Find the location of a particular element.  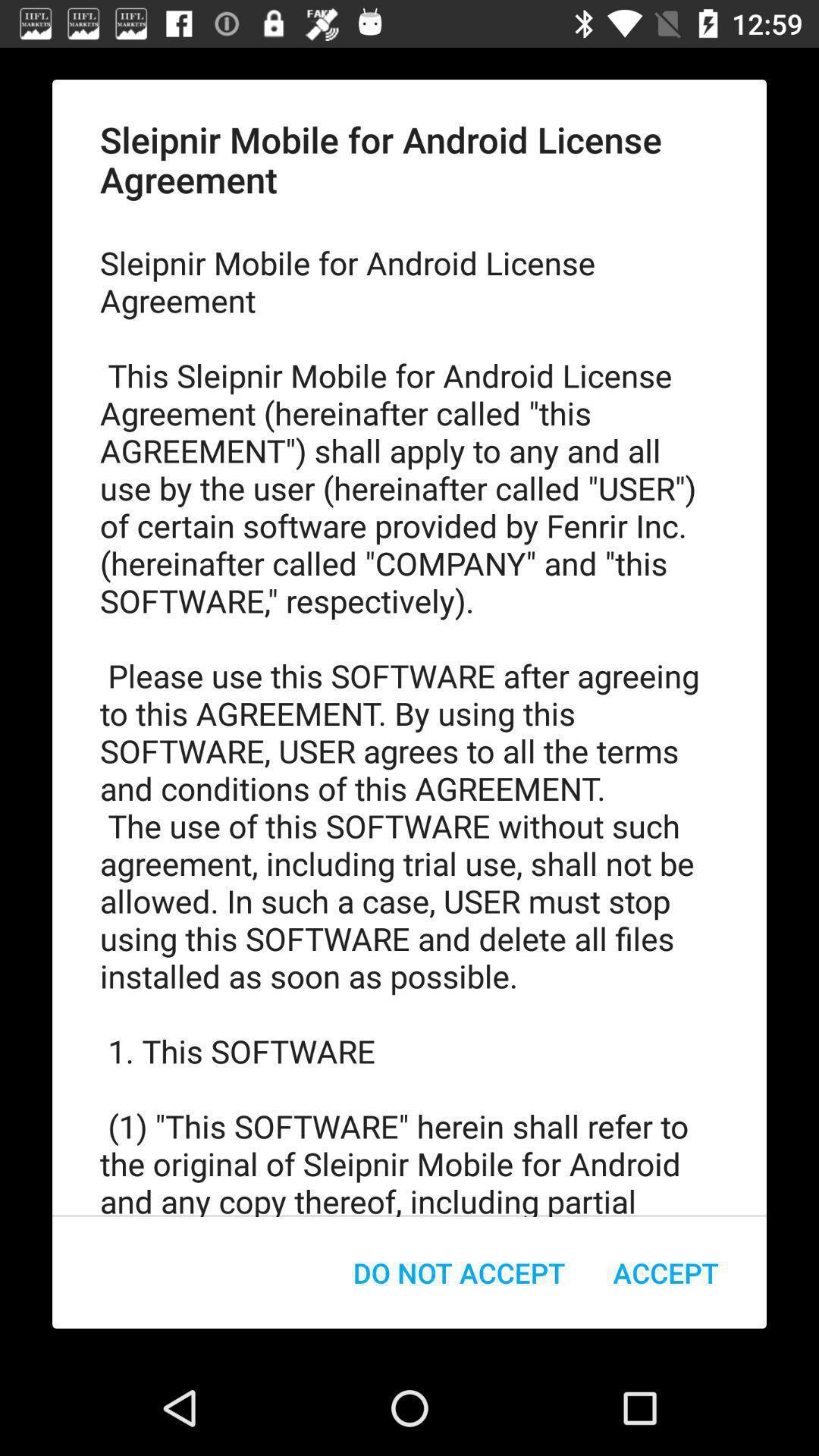

icon below the sleipnir mobile for is located at coordinates (458, 1272).